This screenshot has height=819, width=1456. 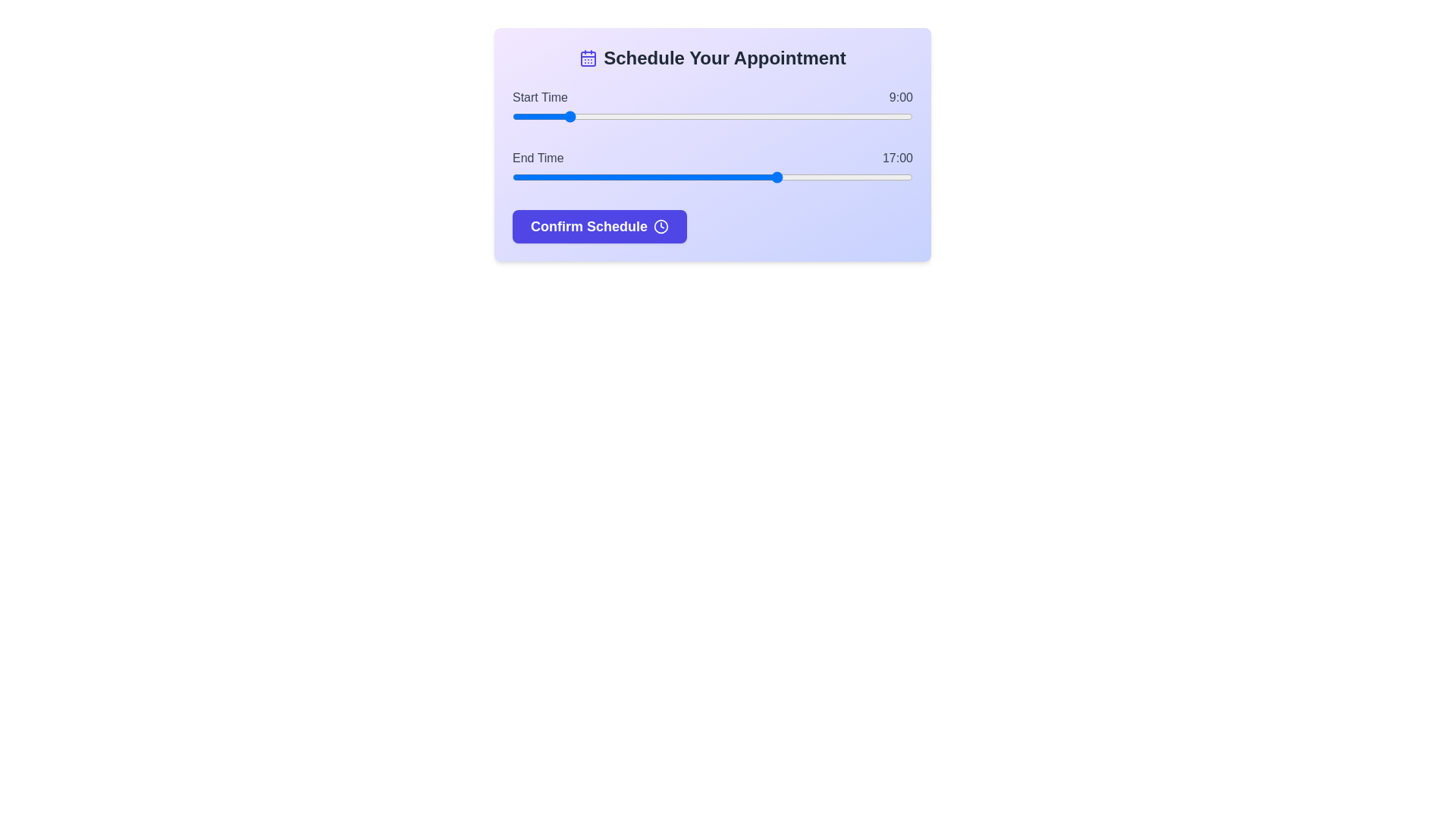 I want to click on the 'Confirm Schedule' button to finalize the appointment schedule, so click(x=599, y=227).